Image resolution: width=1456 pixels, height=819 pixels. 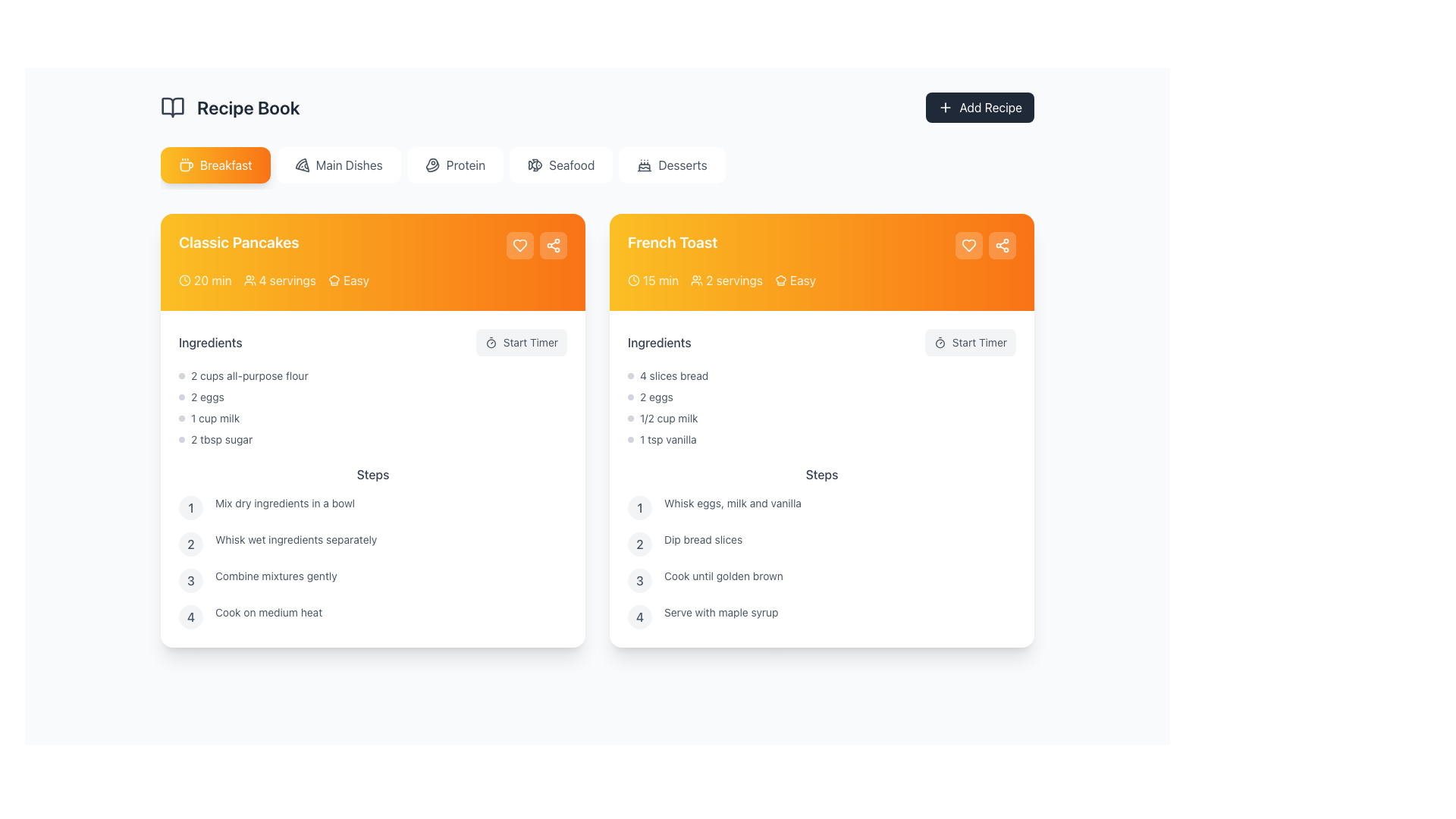 What do you see at coordinates (821, 473) in the screenshot?
I see `the 'Steps' text label in the French Toast recipe card, which displays the word 'Steps' in medium gray font above the numbered instructions` at bounding box center [821, 473].